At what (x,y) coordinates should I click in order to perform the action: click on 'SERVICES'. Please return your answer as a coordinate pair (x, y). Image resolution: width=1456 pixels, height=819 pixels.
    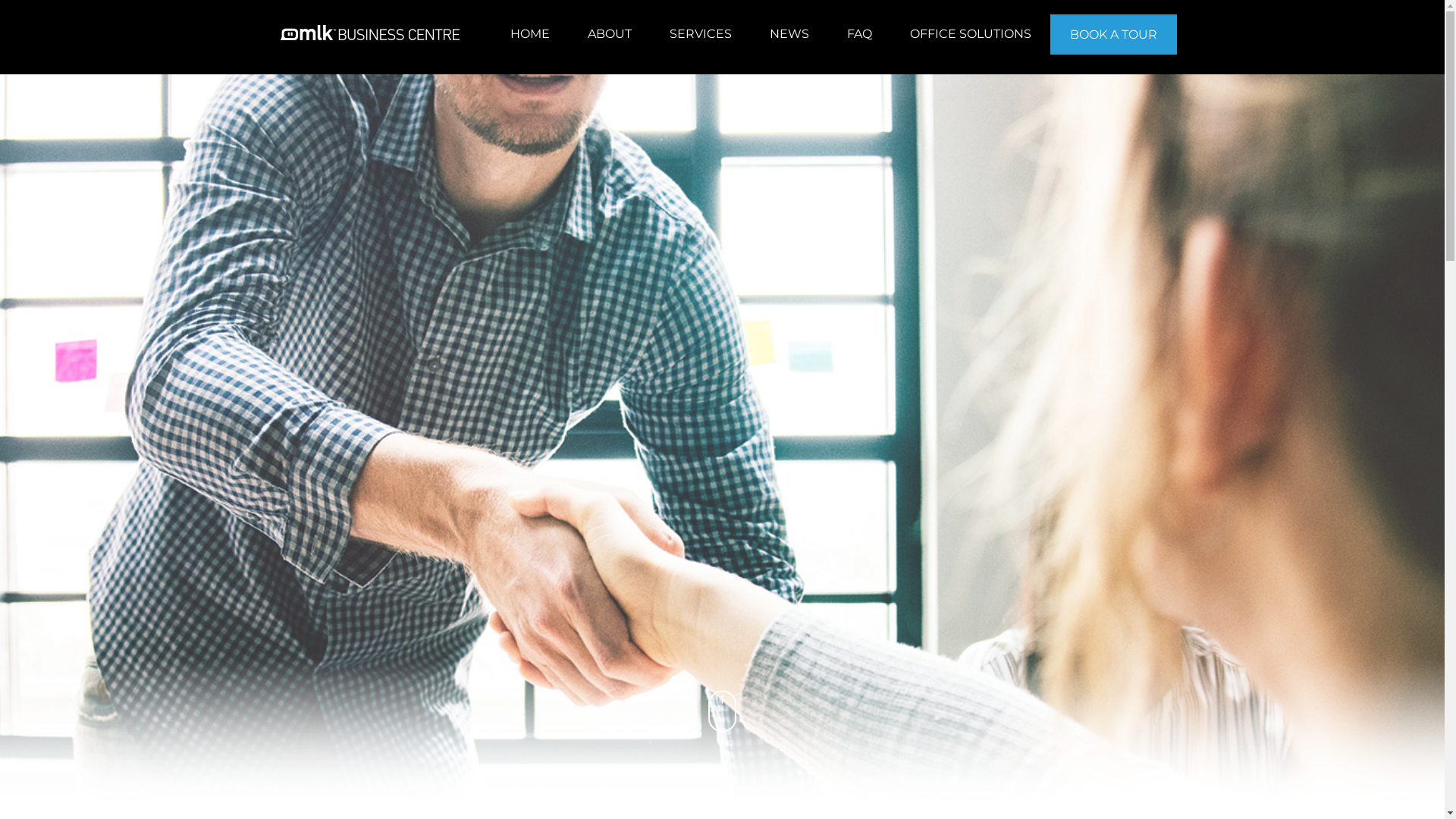
    Looking at the image, I should click on (700, 33).